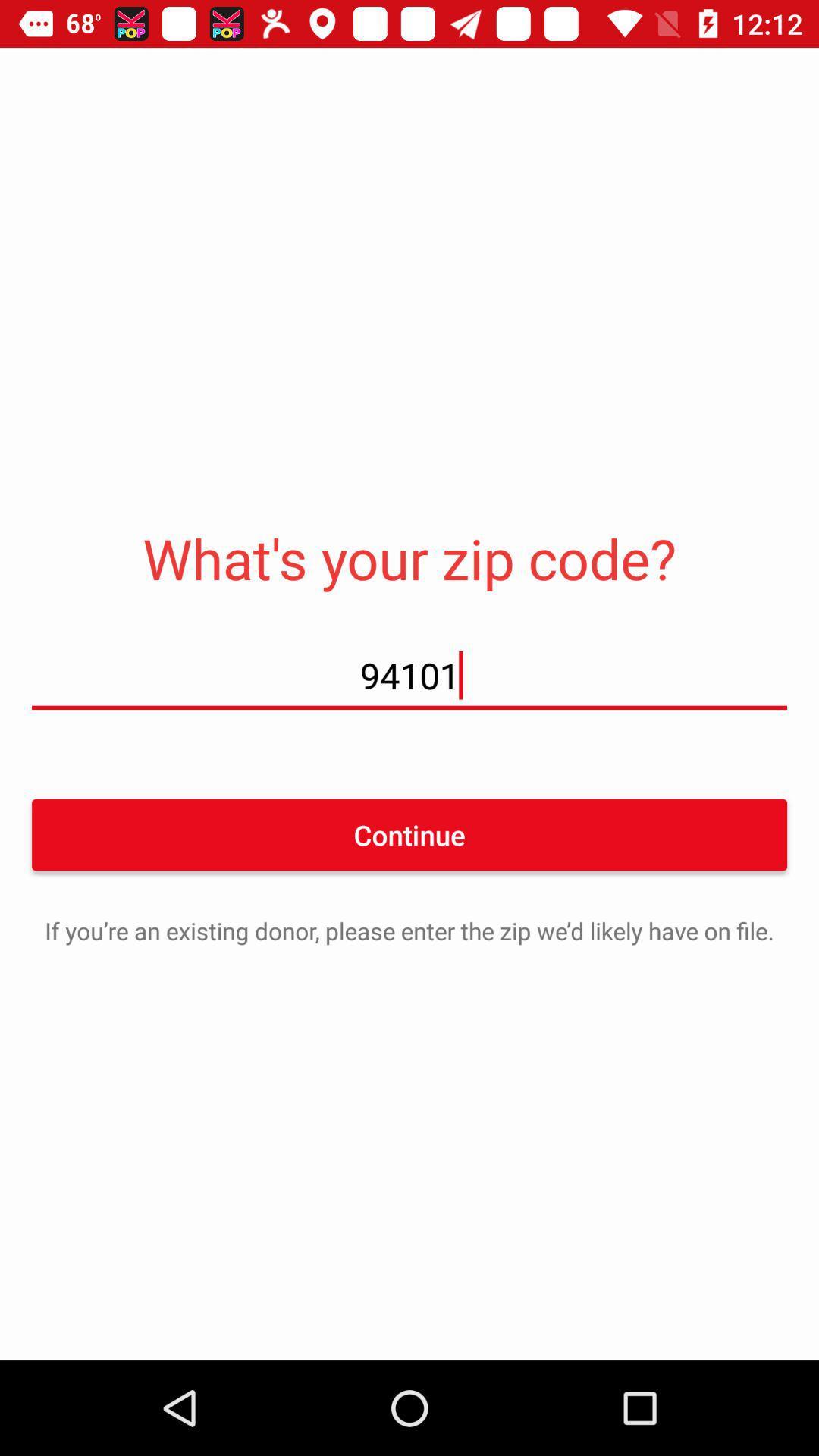 This screenshot has height=1456, width=819. I want to click on item below 94101 item, so click(409, 833).